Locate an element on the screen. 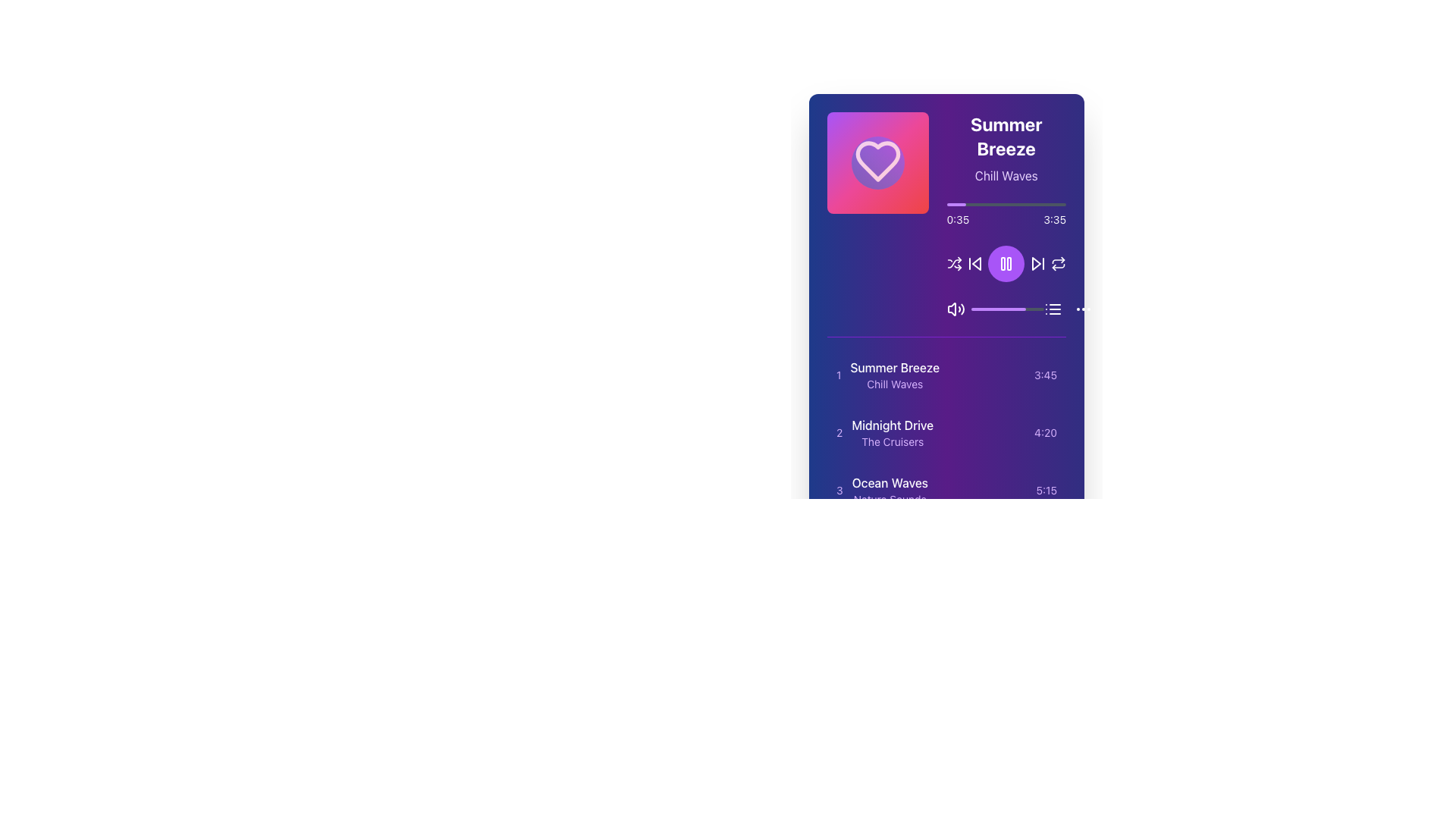 This screenshot has height=819, width=1456. the slider value is located at coordinates (1015, 309).